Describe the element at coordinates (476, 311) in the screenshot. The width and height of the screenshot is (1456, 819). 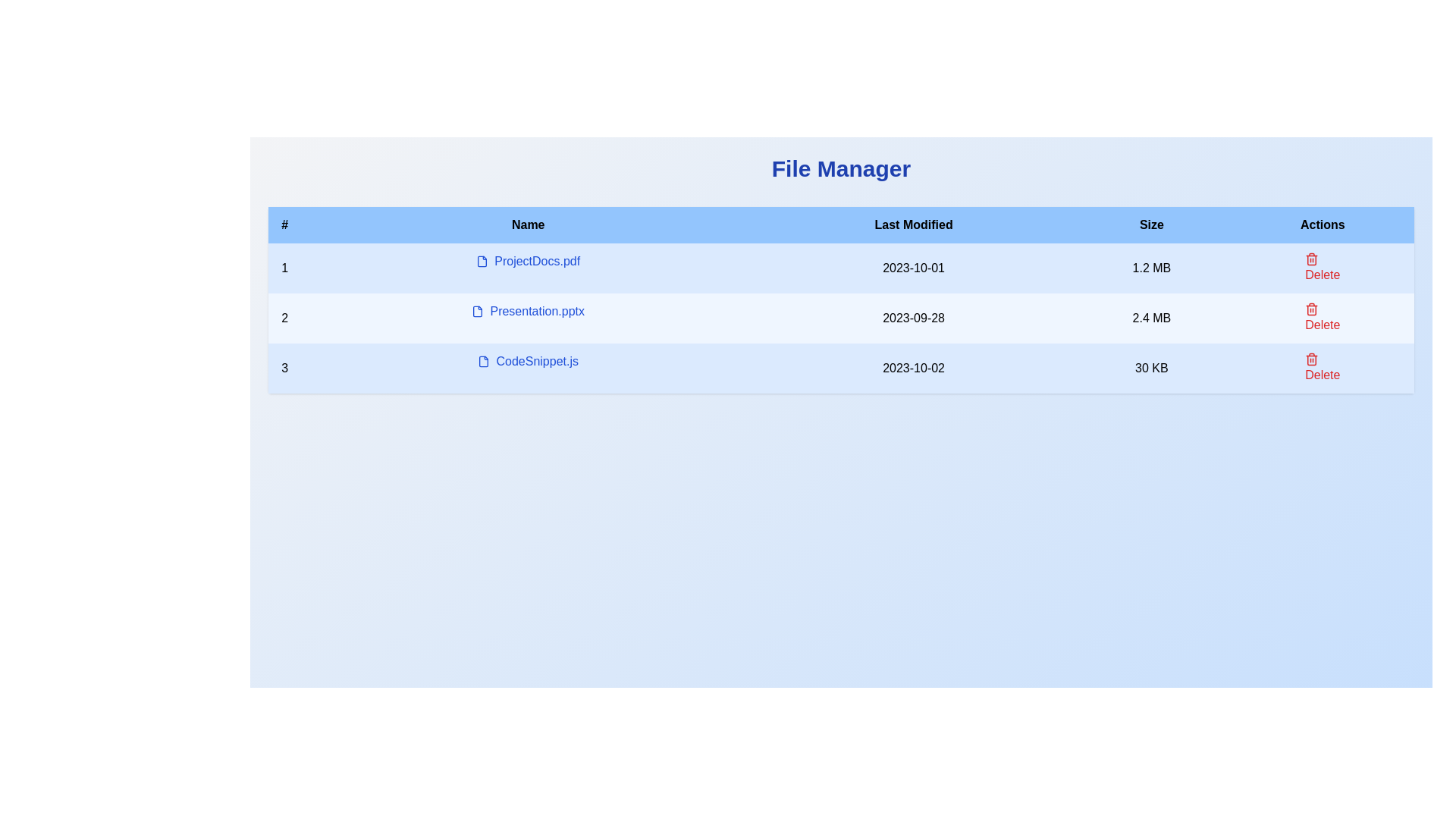
I see `the file type icon located in the 'Name' column of the second row, which is positioned` at that location.